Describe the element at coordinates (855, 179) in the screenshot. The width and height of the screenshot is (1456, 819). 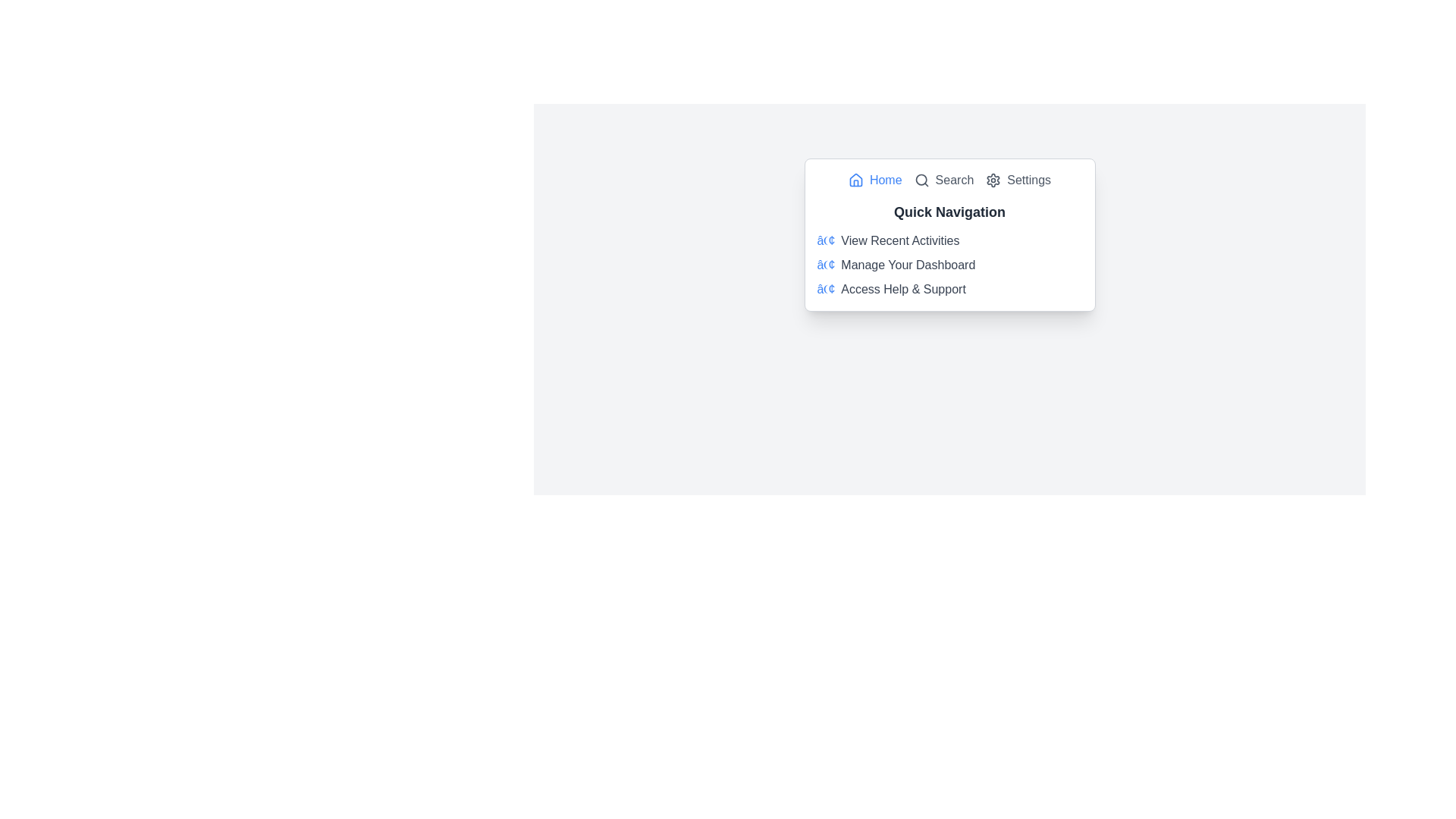
I see `the 'Home' SVG icon located in the navigation bar at the top of the menu` at that location.